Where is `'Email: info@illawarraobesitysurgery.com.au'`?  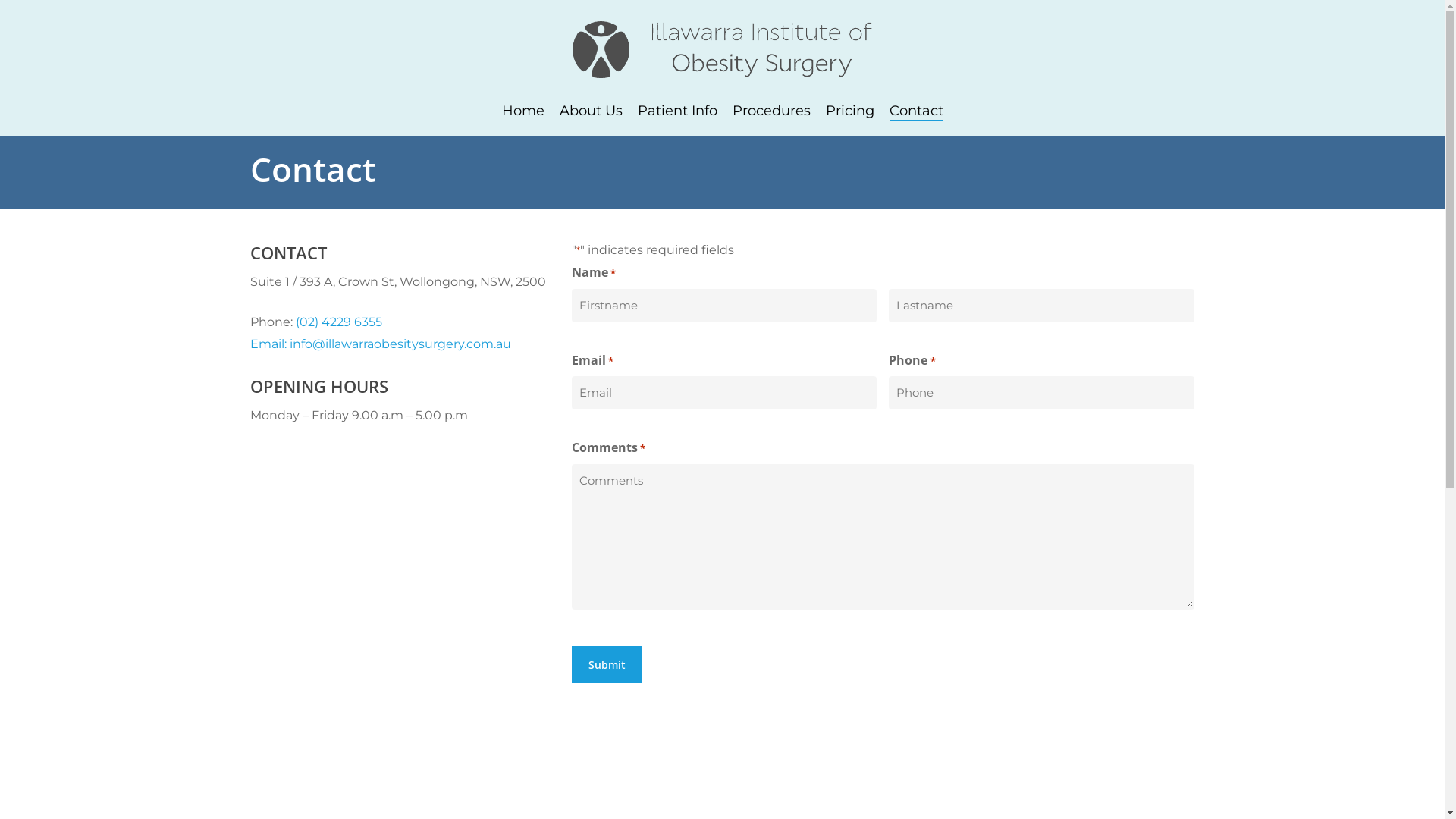 'Email: info@illawarraobesitysurgery.com.au' is located at coordinates (381, 344).